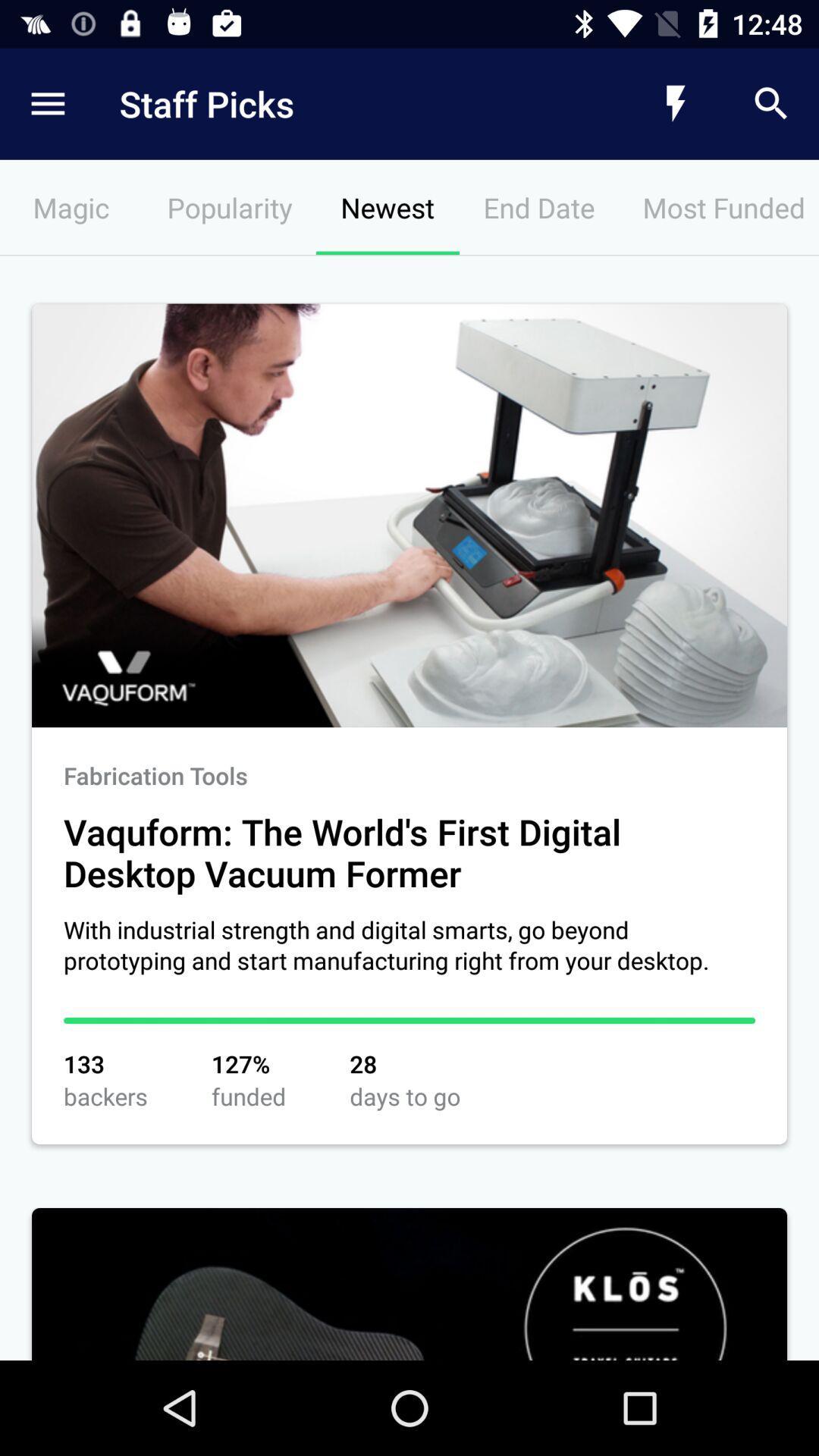  Describe the element at coordinates (345, 103) in the screenshot. I see `the staff picks icon` at that location.